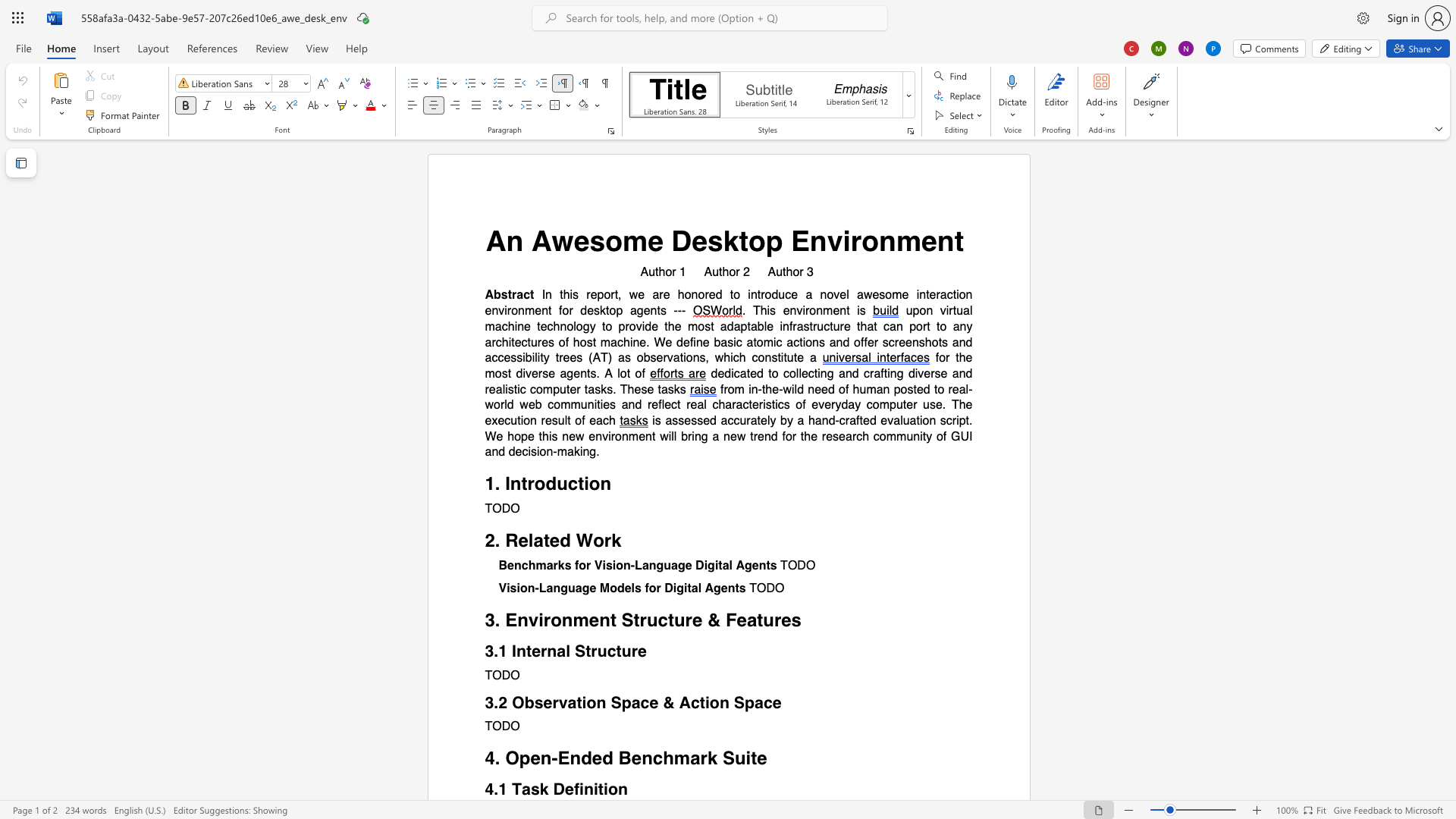  What do you see at coordinates (745, 702) in the screenshot?
I see `the subset text "pac" within the text "3.2 Observation Space & Action Space"` at bounding box center [745, 702].